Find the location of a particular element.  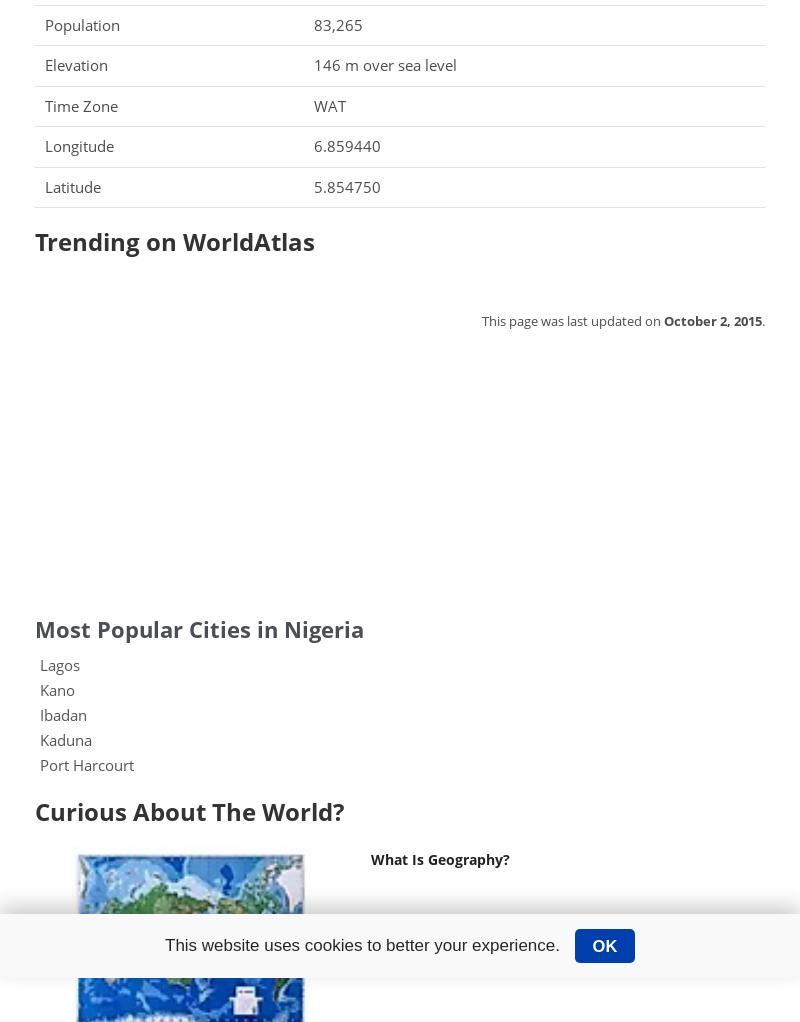

'Most Popular Cities in Nigeria' is located at coordinates (33, 629).